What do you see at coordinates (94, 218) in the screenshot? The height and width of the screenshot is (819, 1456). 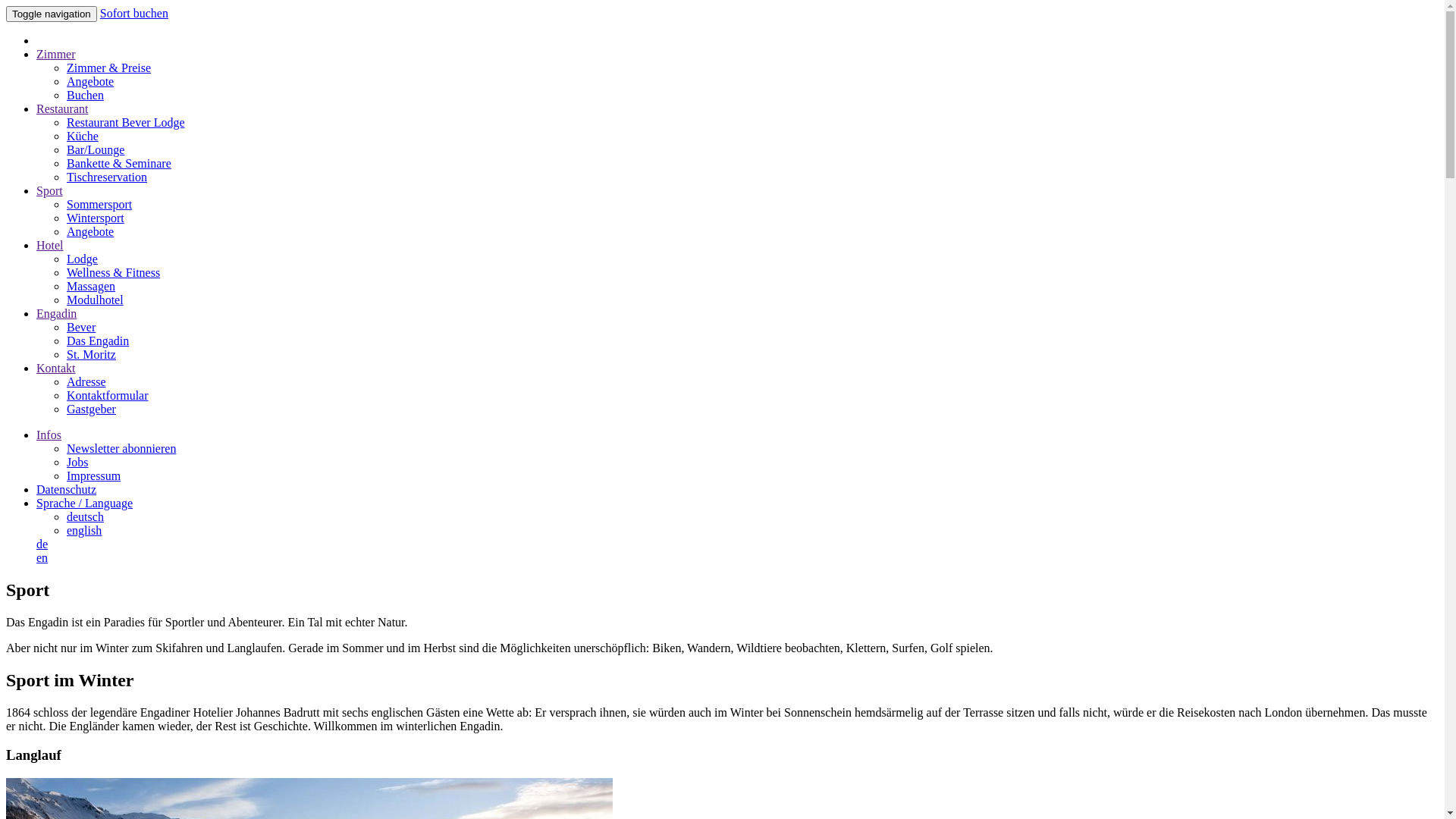 I see `'Wintersport'` at bounding box center [94, 218].